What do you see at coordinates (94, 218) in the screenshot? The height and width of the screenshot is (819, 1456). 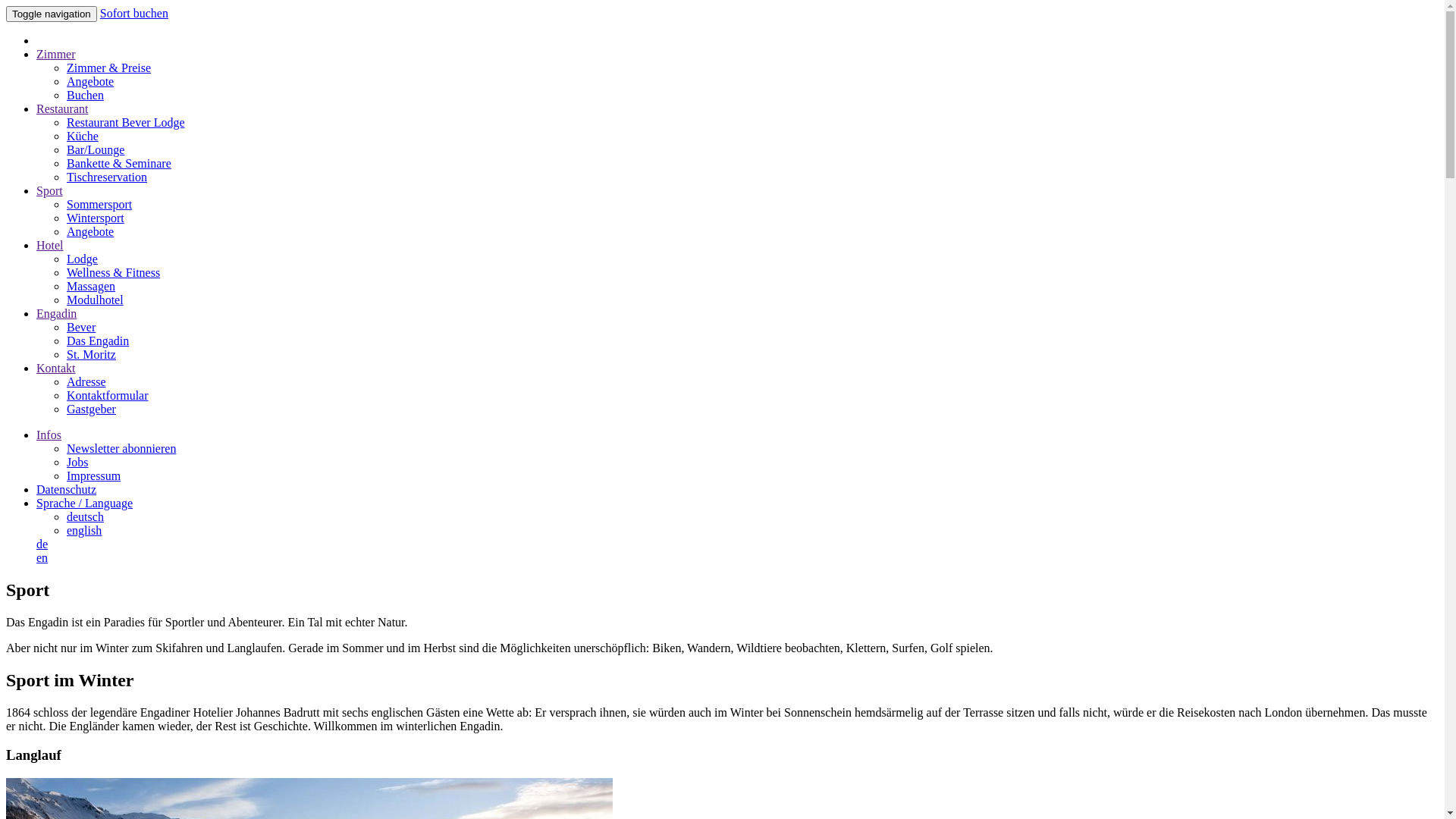 I see `'Wintersport'` at bounding box center [94, 218].